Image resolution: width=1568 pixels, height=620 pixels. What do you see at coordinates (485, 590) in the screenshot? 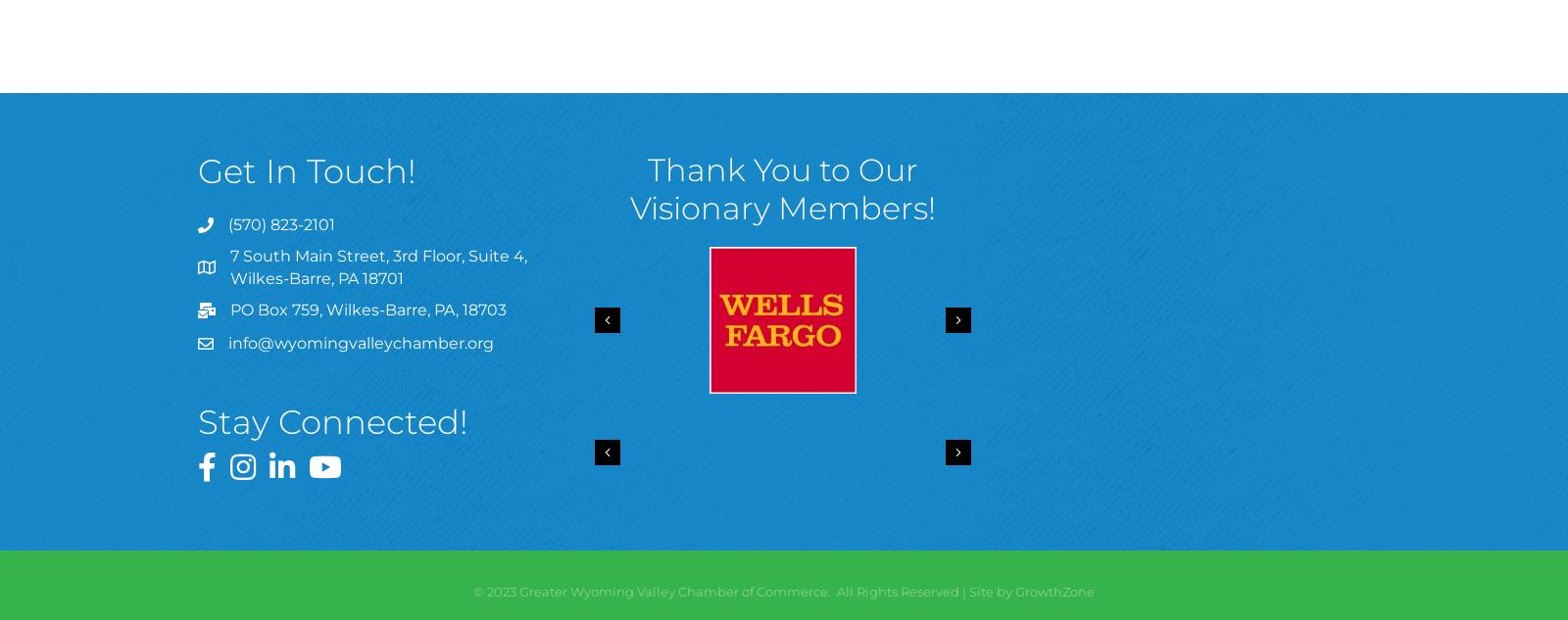
I see `'2023'` at bounding box center [485, 590].